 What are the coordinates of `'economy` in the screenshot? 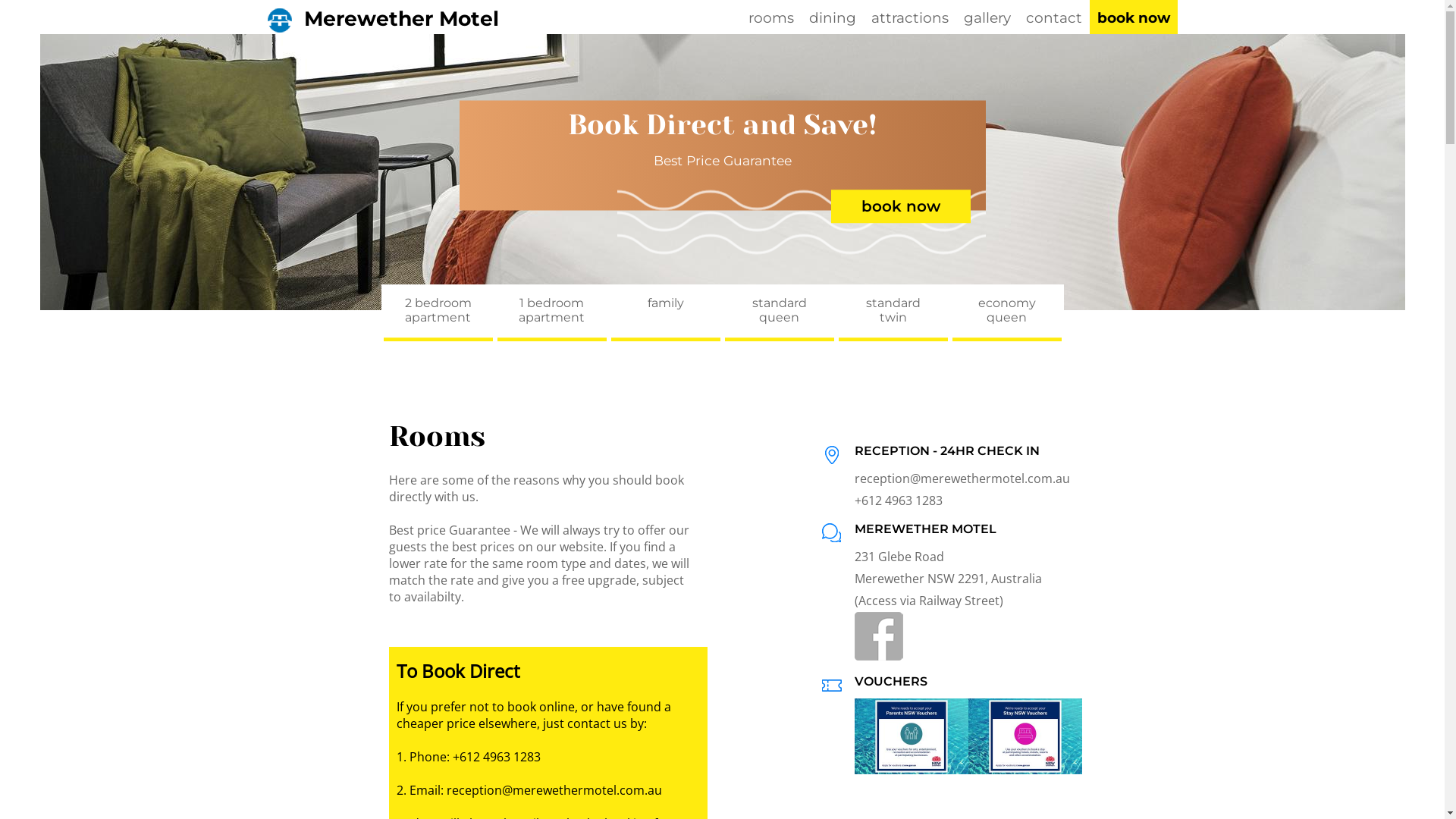 It's located at (1006, 314).